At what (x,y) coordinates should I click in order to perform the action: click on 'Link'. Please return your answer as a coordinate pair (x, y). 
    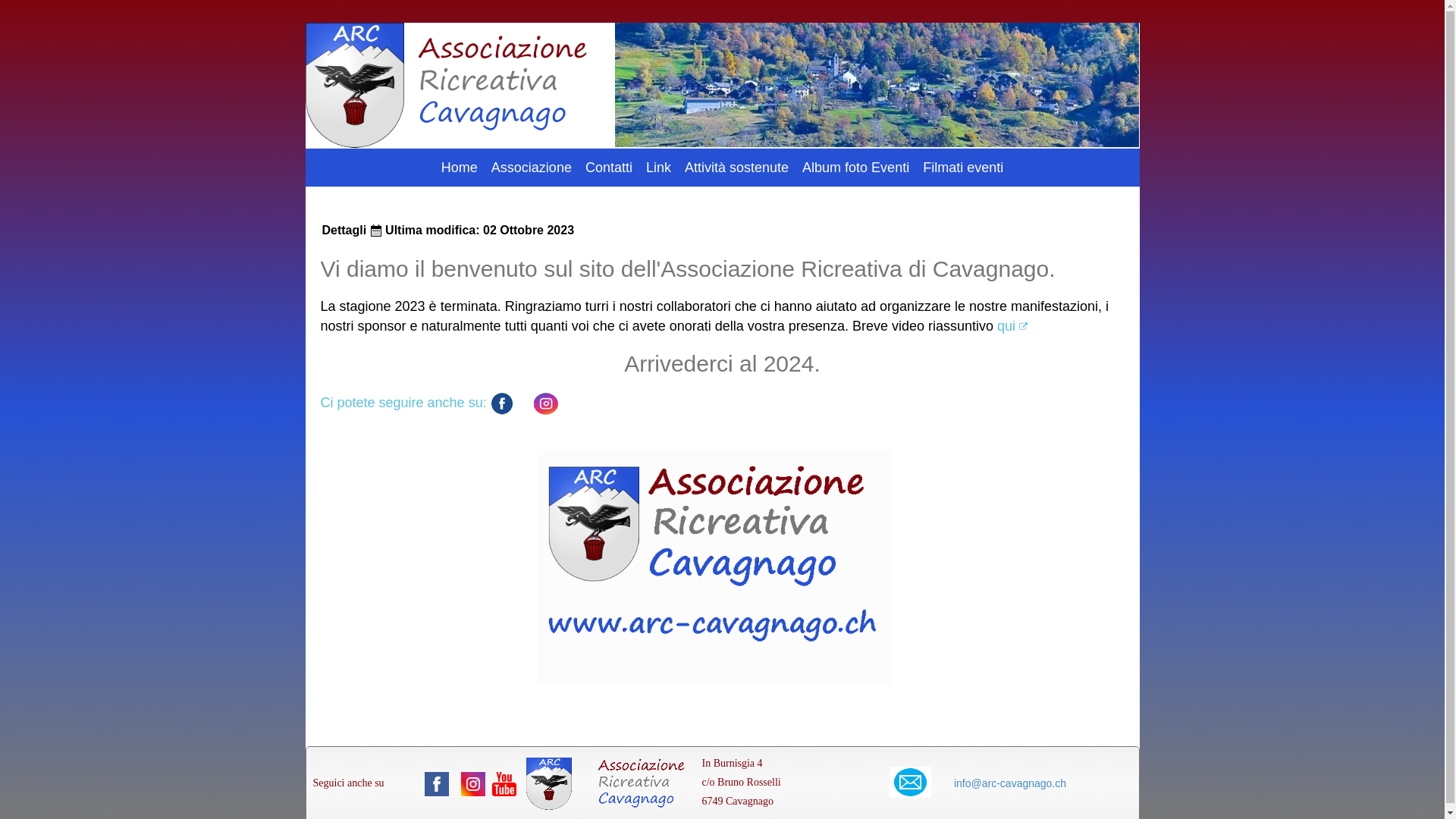
    Looking at the image, I should click on (658, 167).